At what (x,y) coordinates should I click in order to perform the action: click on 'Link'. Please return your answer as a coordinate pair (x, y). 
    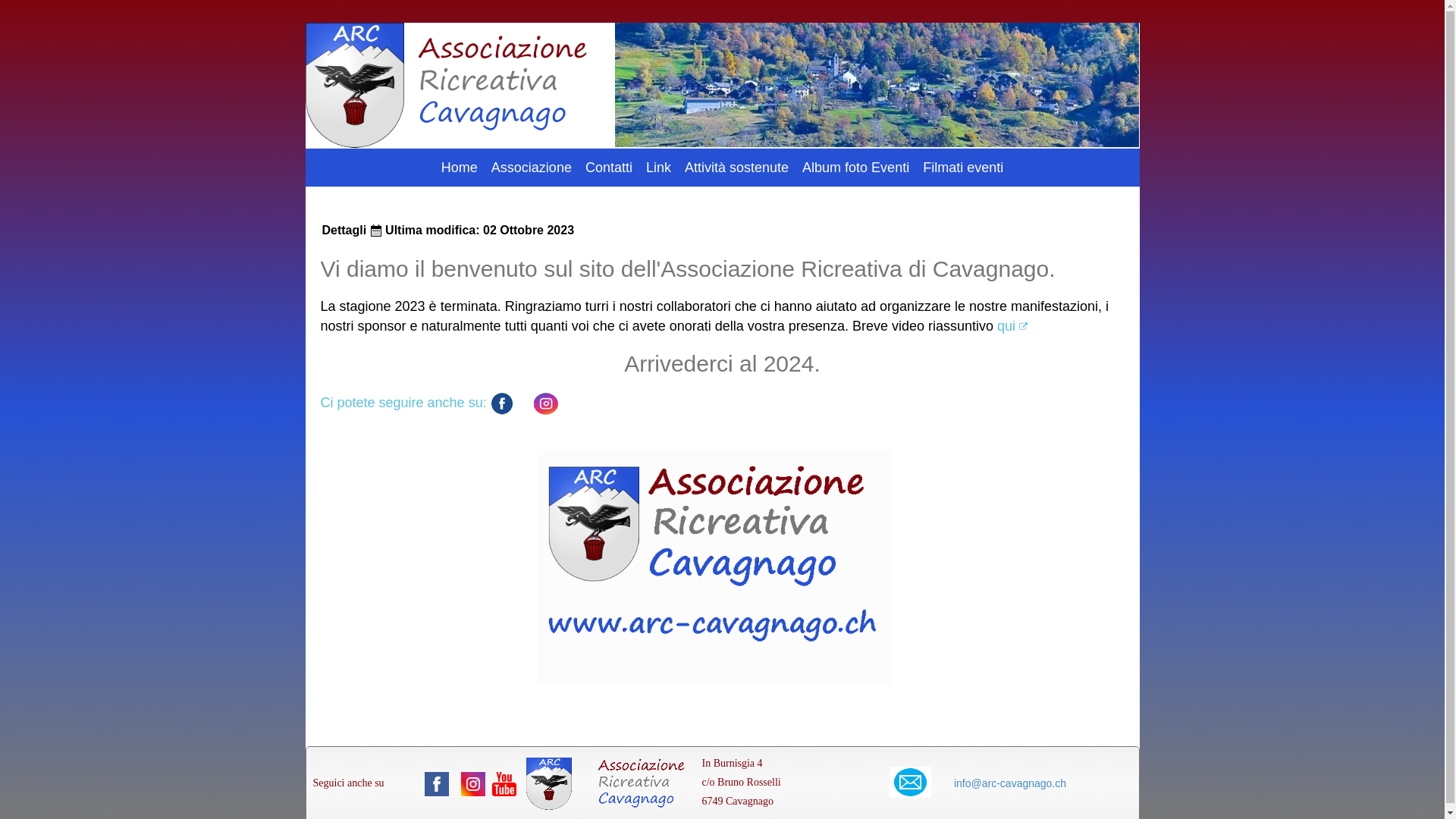
    Looking at the image, I should click on (658, 167).